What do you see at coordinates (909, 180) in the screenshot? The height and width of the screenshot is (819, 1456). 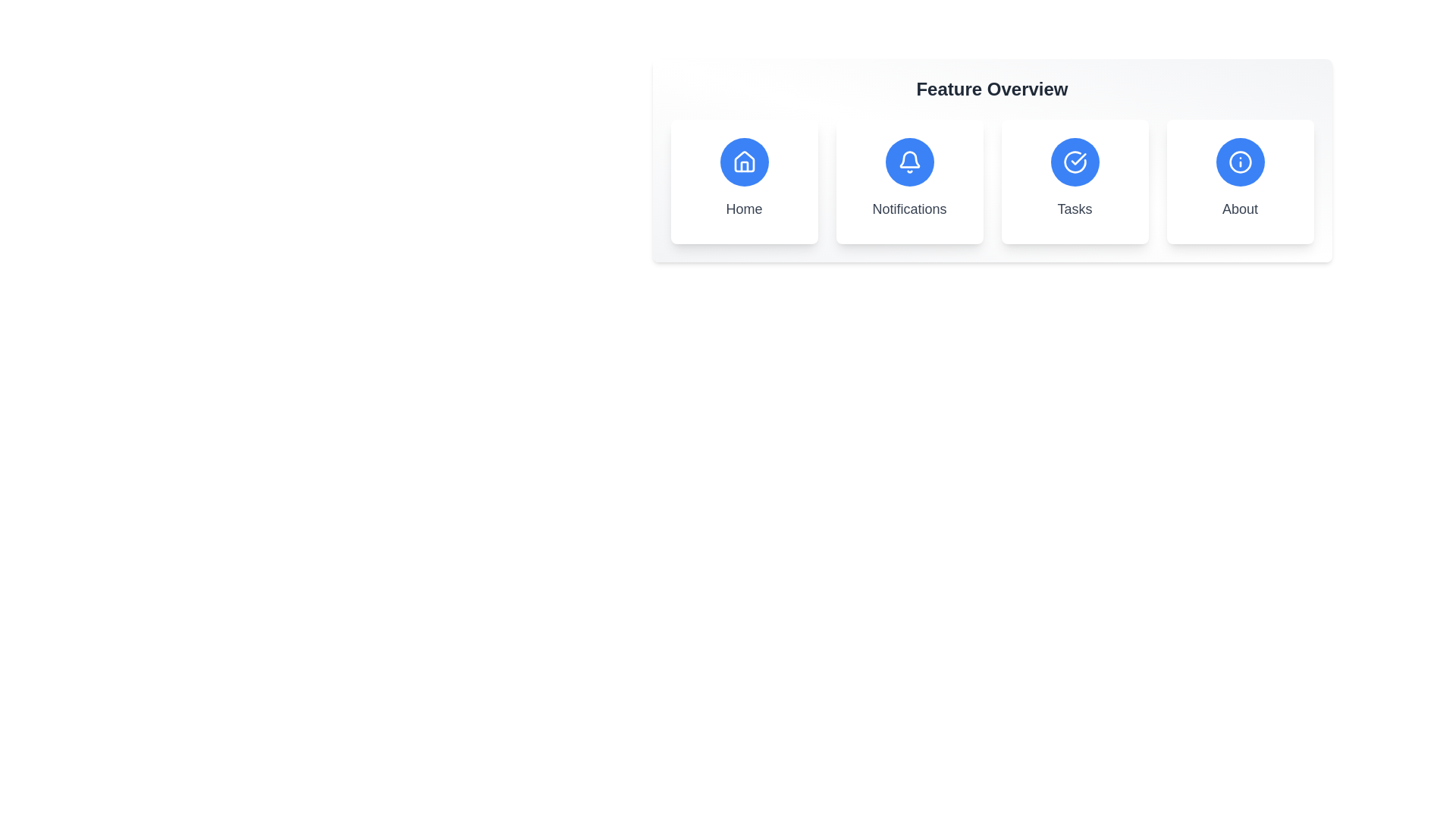 I see `the second interactive card in the grid layout, which serves as a shortcut` at bounding box center [909, 180].